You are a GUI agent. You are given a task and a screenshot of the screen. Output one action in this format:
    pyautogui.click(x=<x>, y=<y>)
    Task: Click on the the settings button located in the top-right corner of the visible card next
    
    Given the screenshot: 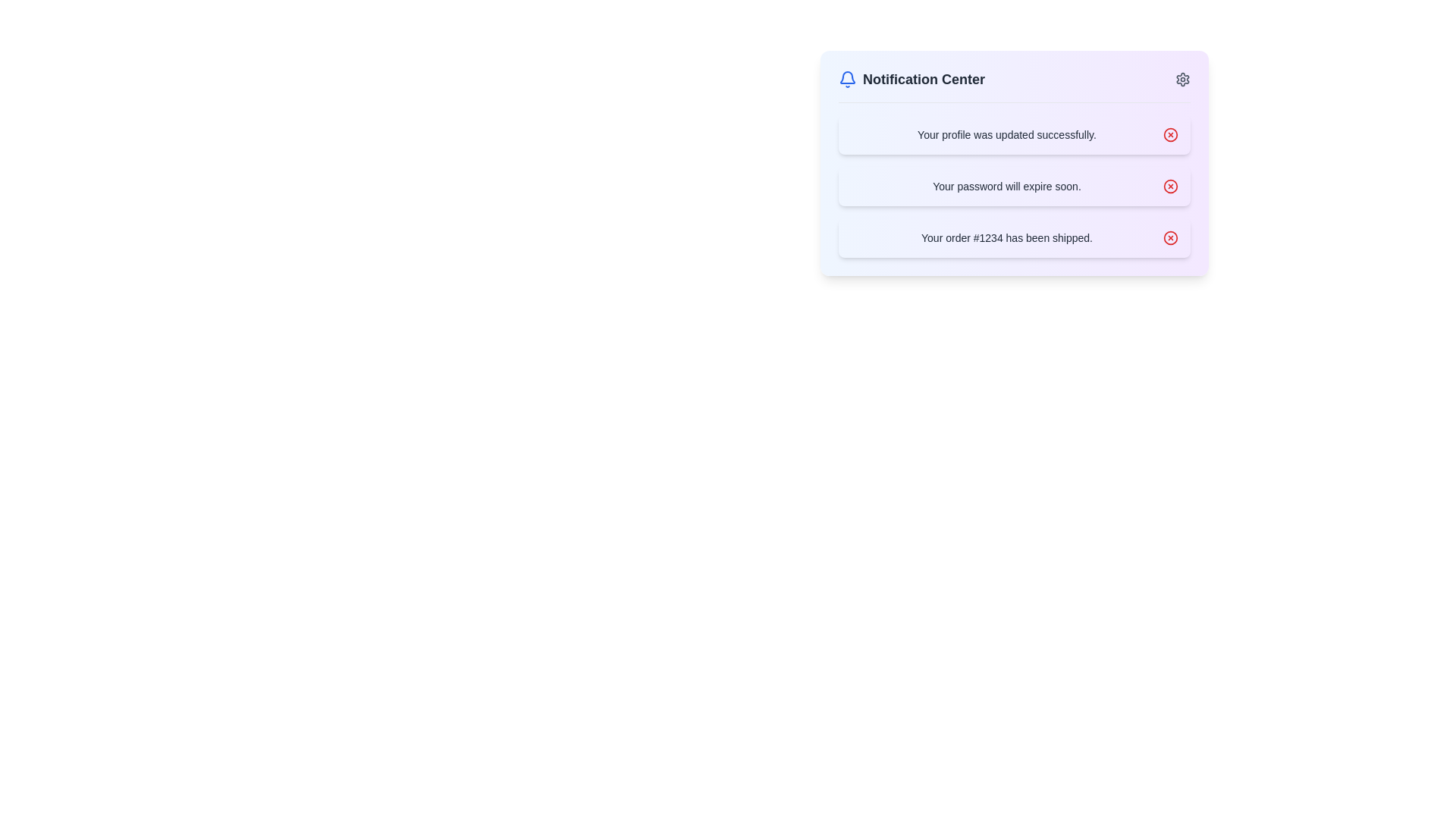 What is the action you would take?
    pyautogui.click(x=1182, y=79)
    